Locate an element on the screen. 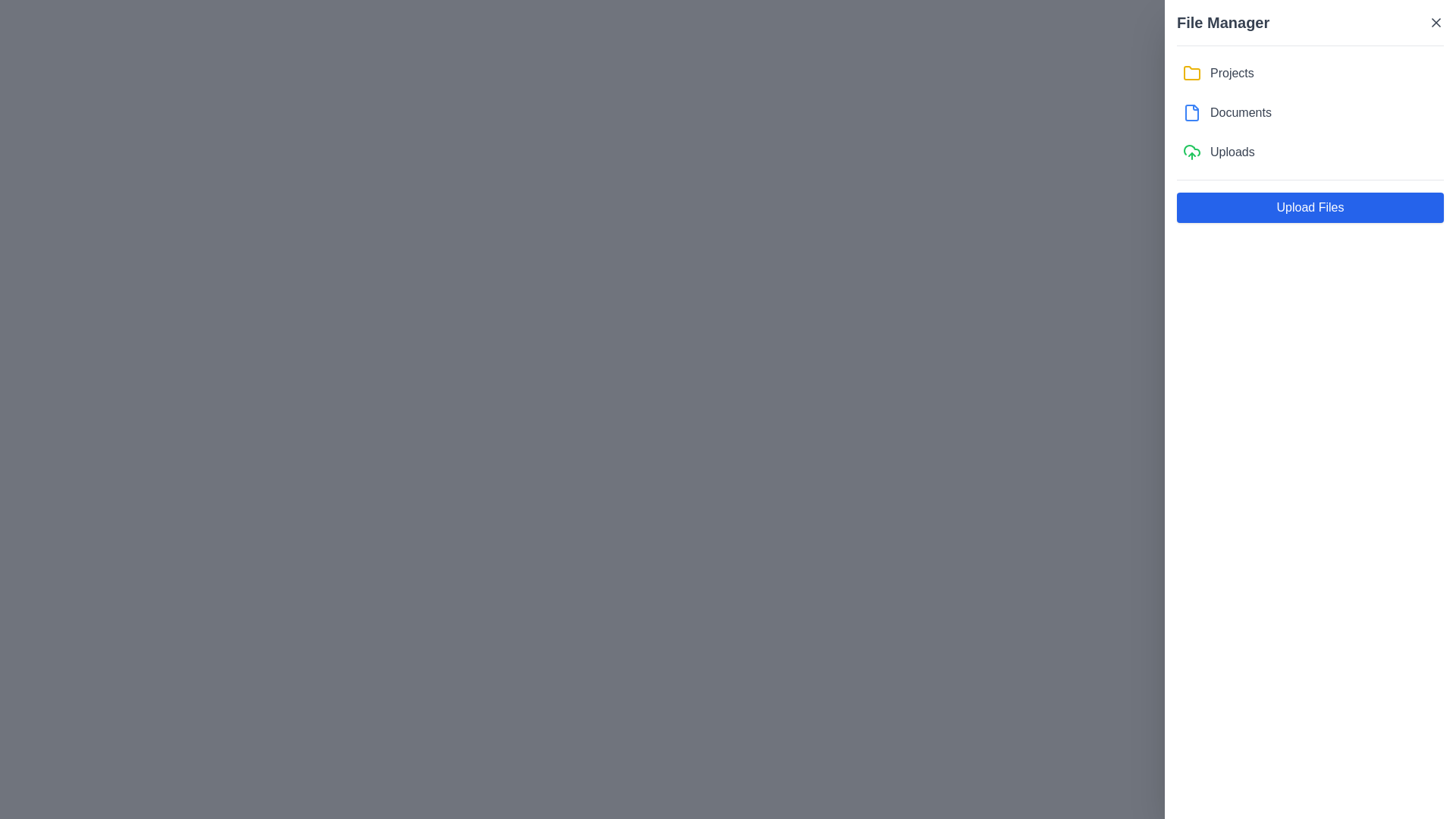 The image size is (1456, 819). the 'Documents' file icon in the navigation panel of the 'File Manager' interface is located at coordinates (1191, 112).